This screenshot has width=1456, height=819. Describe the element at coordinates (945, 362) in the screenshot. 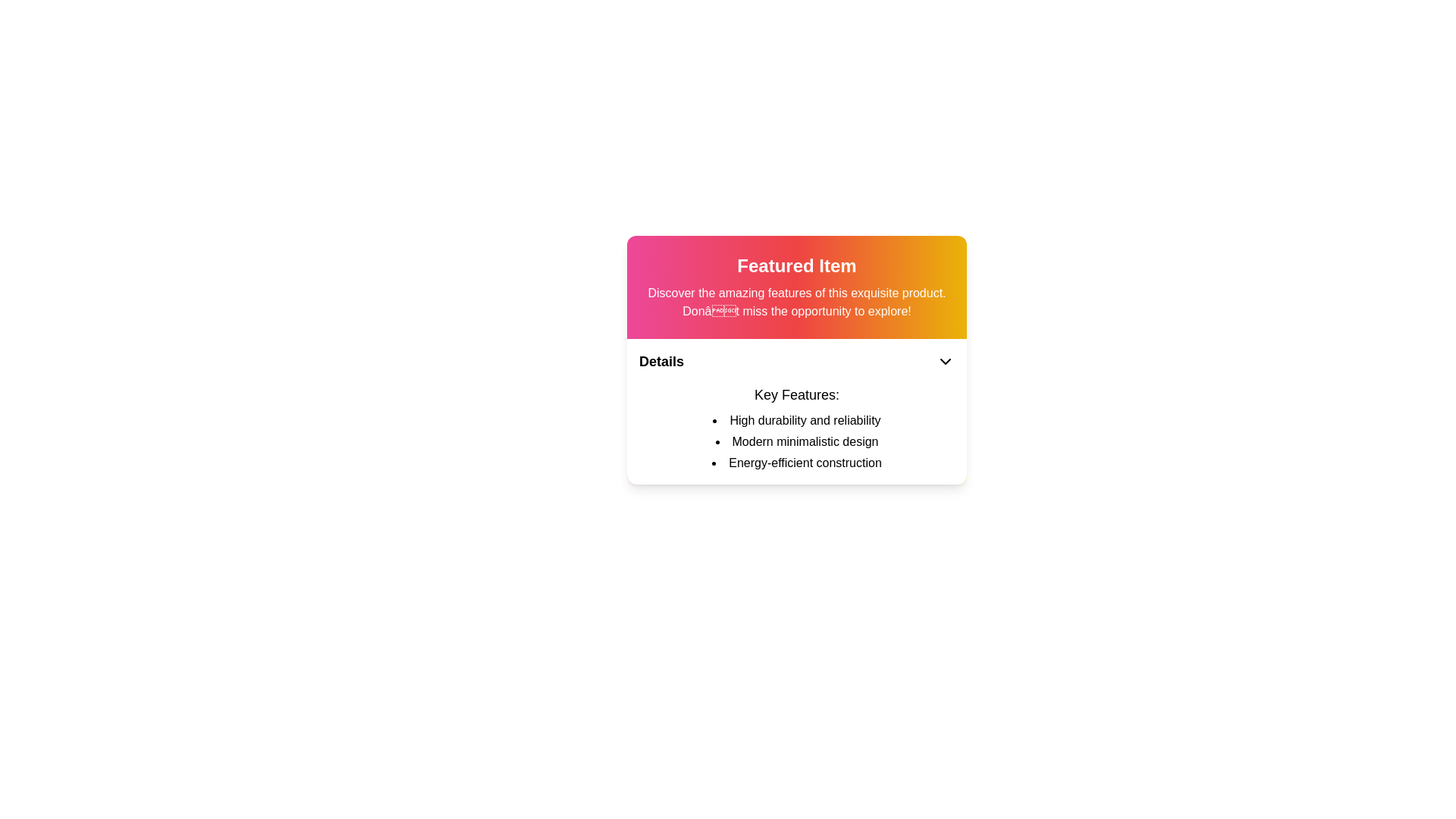

I see `the downward-pointing chevron icon located to the right of the 'Details' text to receive visual feedback` at that location.